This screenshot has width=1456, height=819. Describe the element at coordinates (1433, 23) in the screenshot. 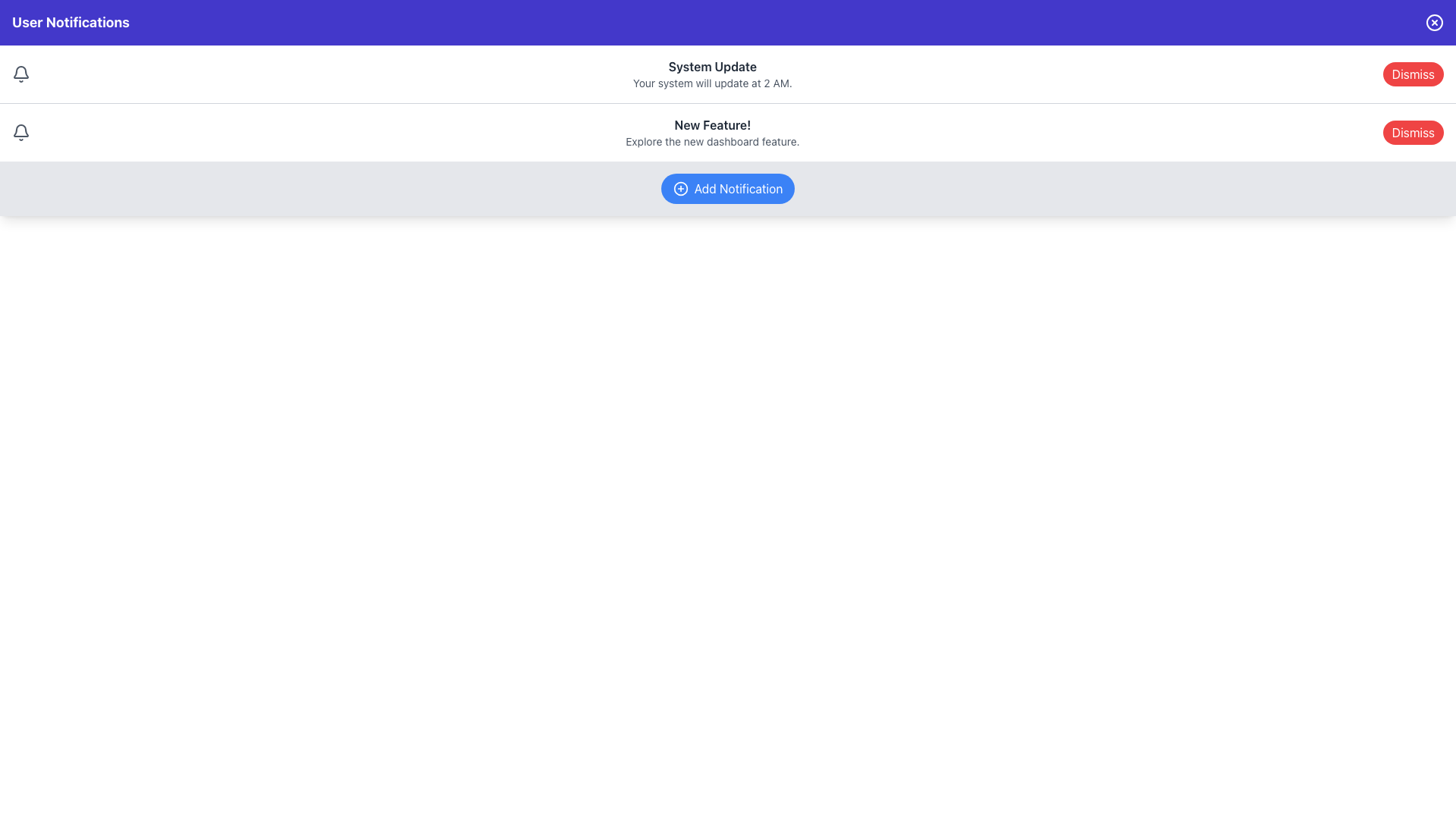

I see `the circular close button with an 'X' at the top-right corner of the 'User Notifications' header bar` at that location.